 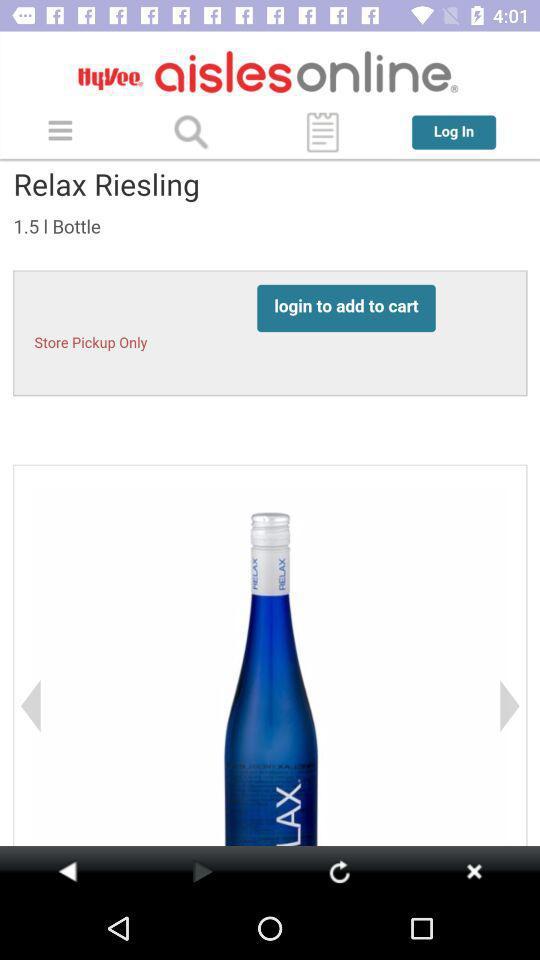 I want to click on go next, so click(x=202, y=870).